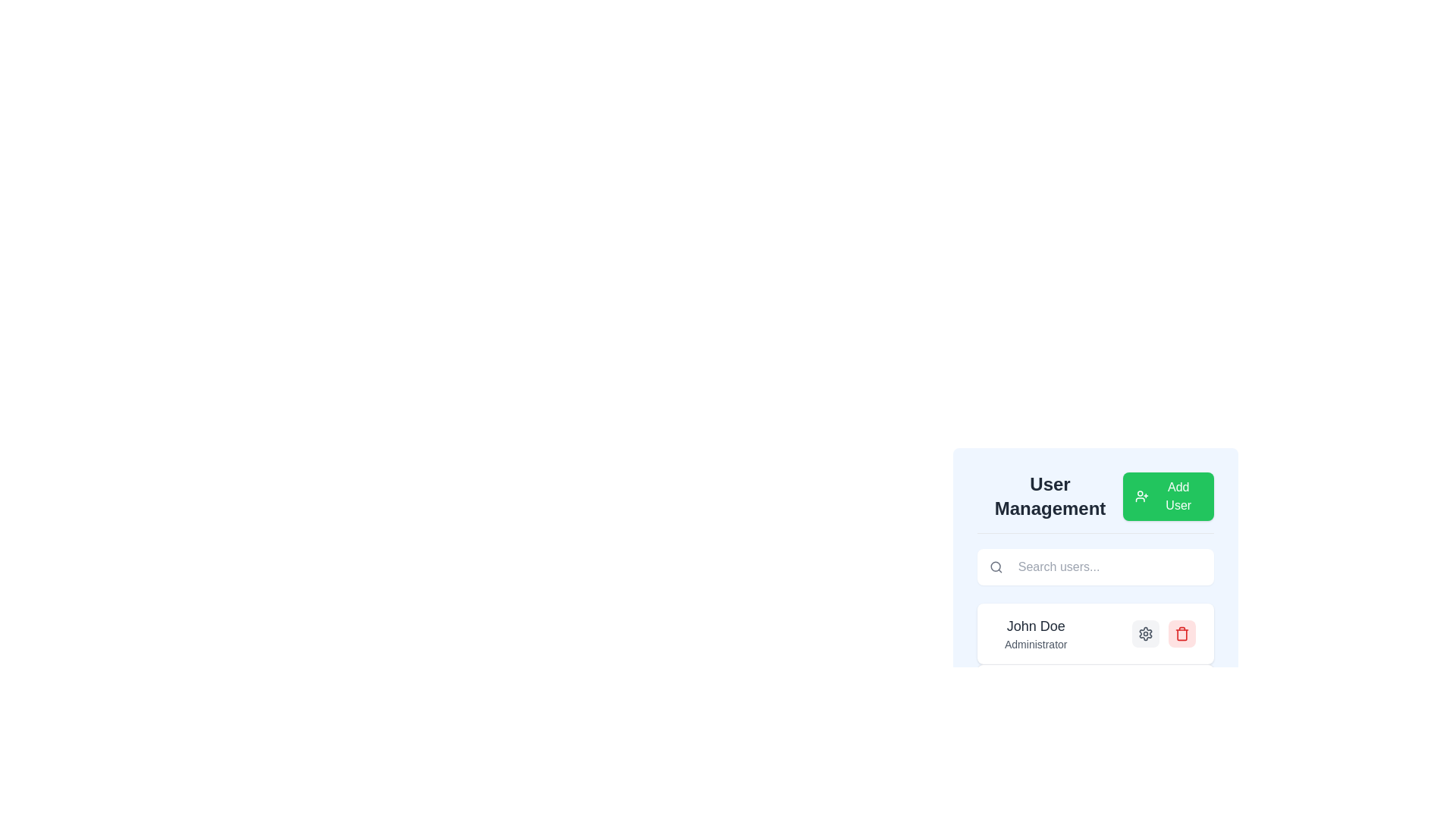 The image size is (1456, 819). What do you see at coordinates (1181, 635) in the screenshot?
I see `the red trash bin icon, which is a vector graphic representing the main body of the bin located below the lid` at bounding box center [1181, 635].